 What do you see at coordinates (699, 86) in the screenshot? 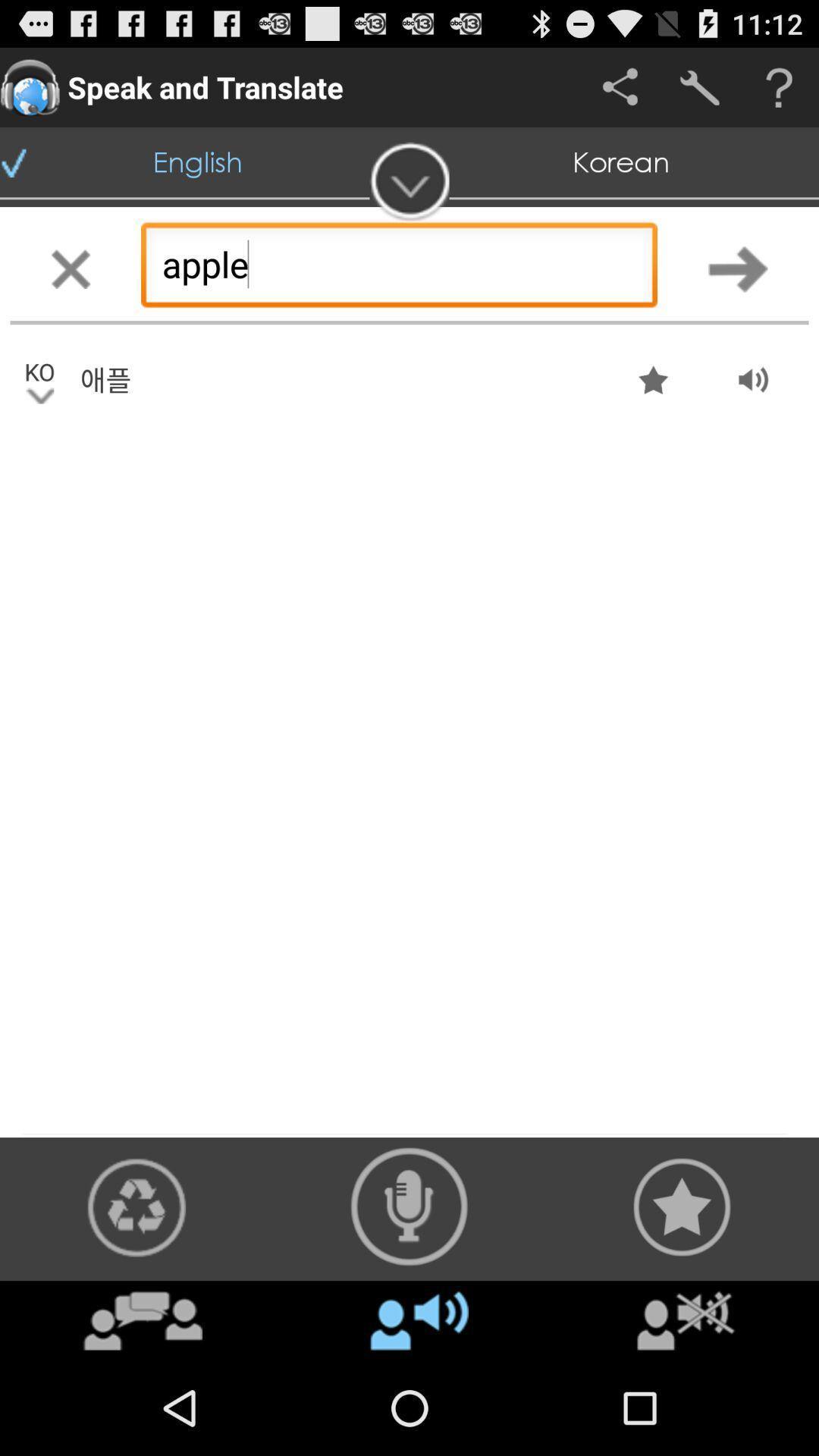
I see `settings` at bounding box center [699, 86].